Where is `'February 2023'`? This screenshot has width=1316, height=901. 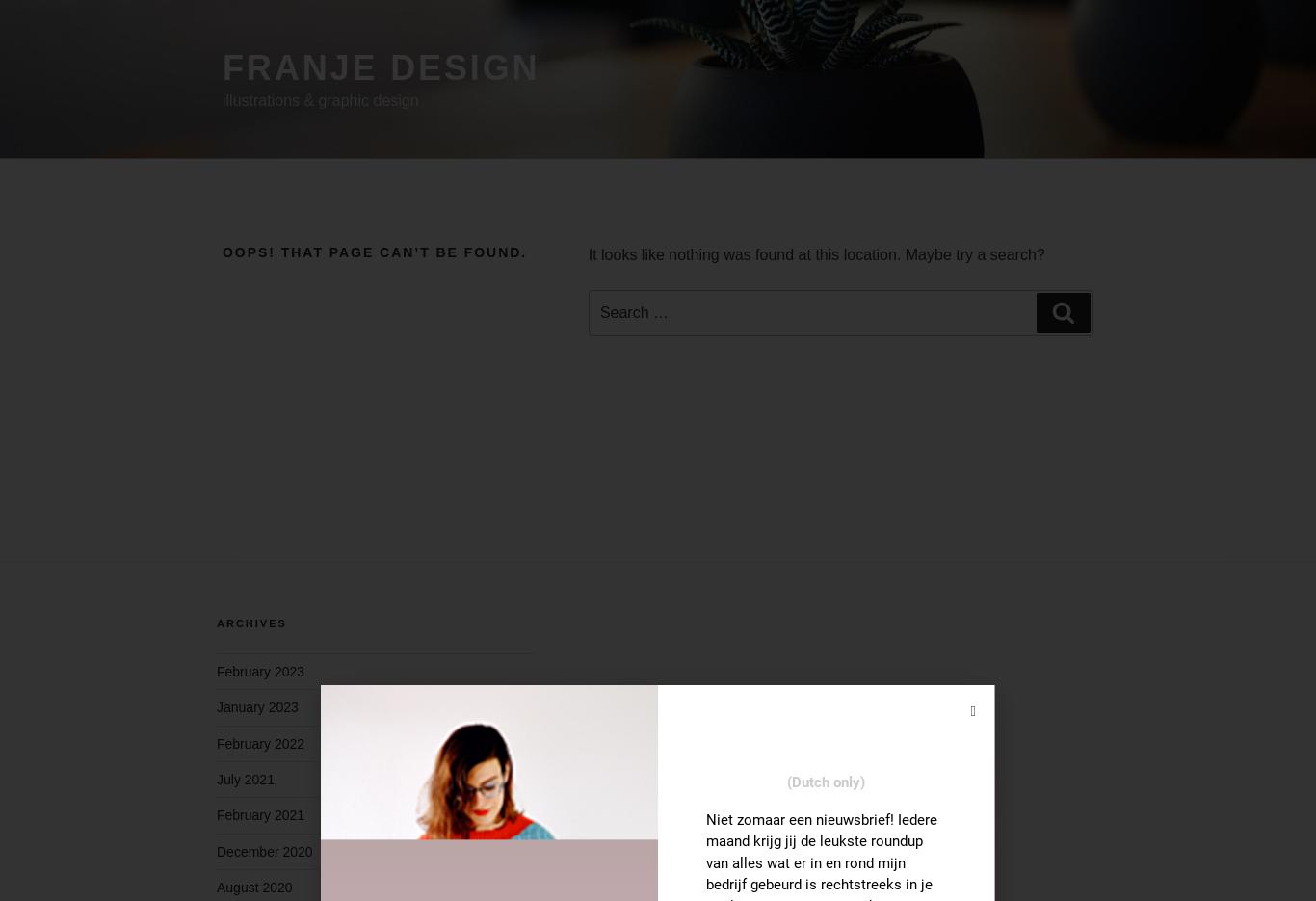
'February 2023' is located at coordinates (260, 670).